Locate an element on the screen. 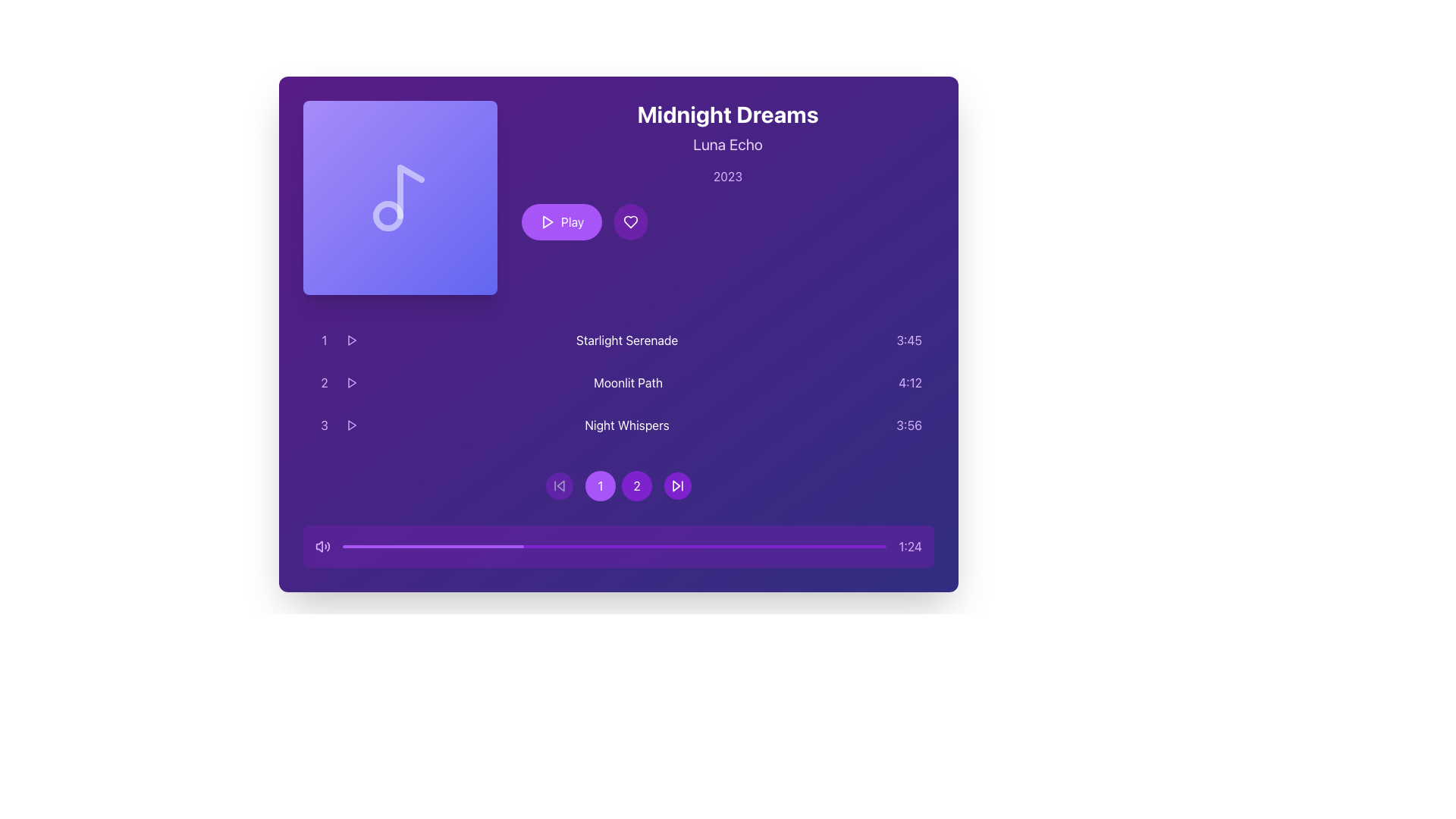  the progress is located at coordinates (516, 547).